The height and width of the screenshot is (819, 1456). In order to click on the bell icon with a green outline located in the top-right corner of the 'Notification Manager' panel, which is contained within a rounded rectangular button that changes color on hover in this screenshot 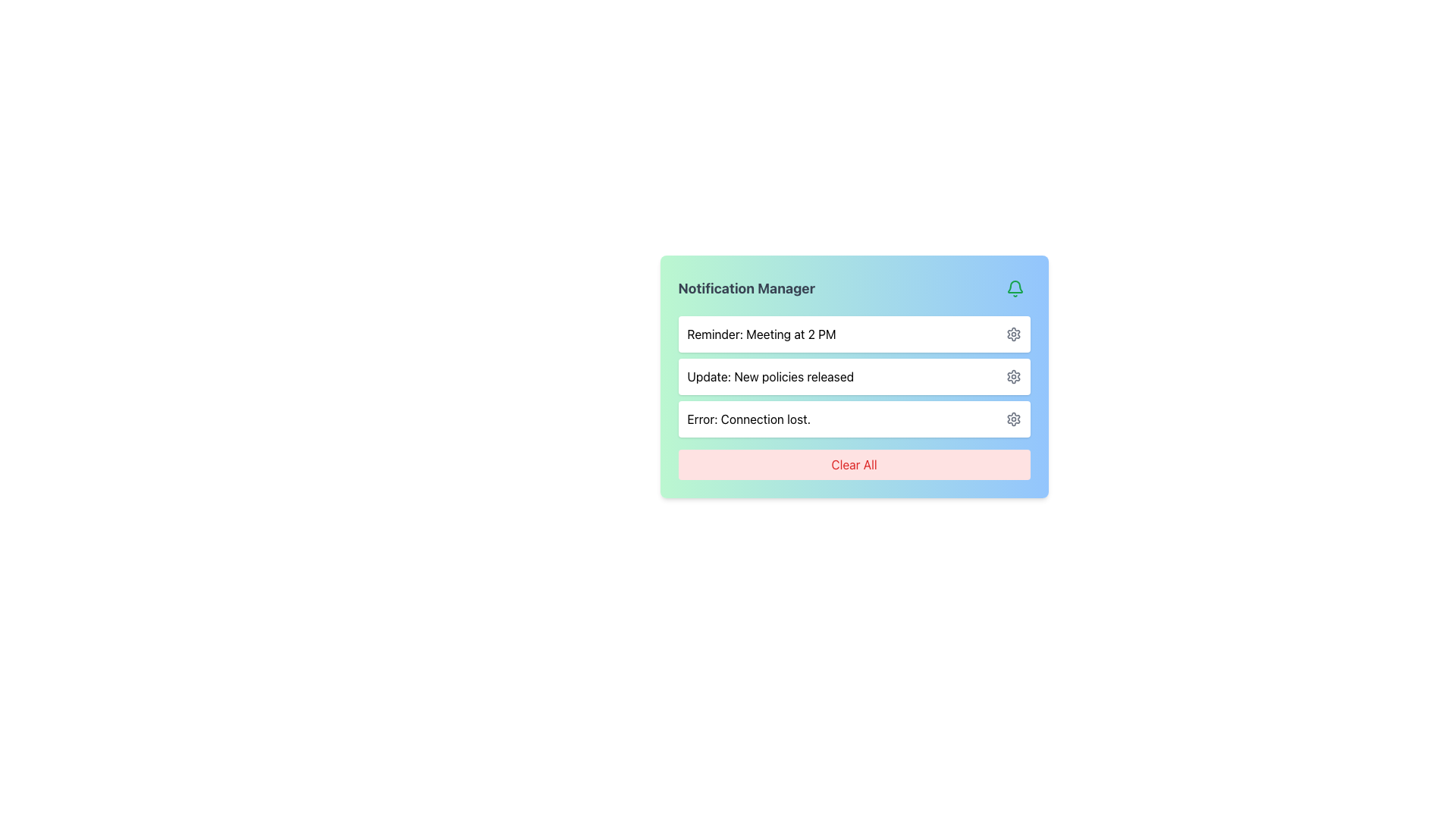, I will do `click(1015, 289)`.